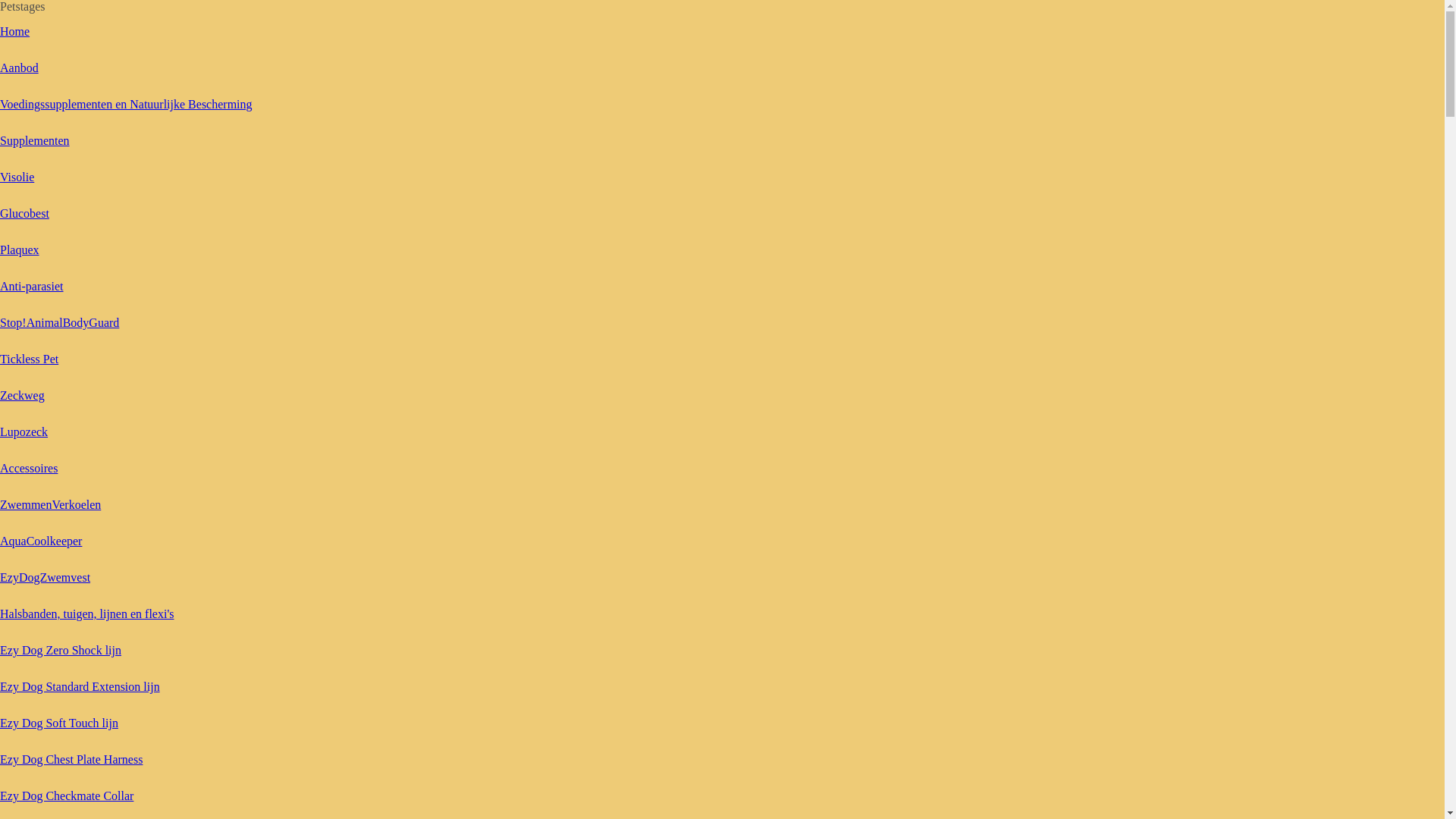 The image size is (1456, 819). Describe the element at coordinates (24, 431) in the screenshot. I see `'Lupozeck'` at that location.